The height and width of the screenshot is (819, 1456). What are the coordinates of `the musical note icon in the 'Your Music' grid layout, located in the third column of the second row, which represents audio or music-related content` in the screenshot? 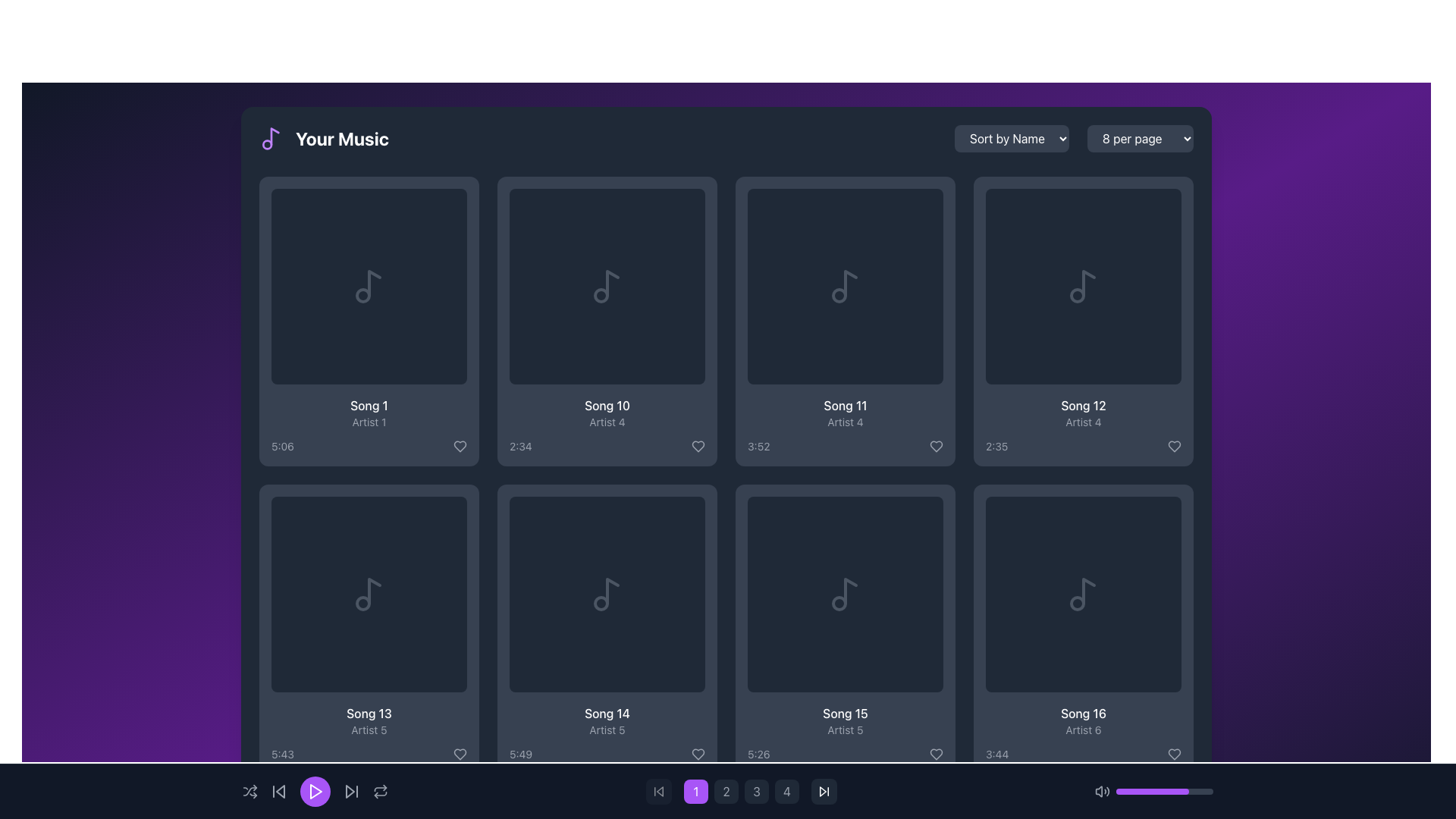 It's located at (844, 287).